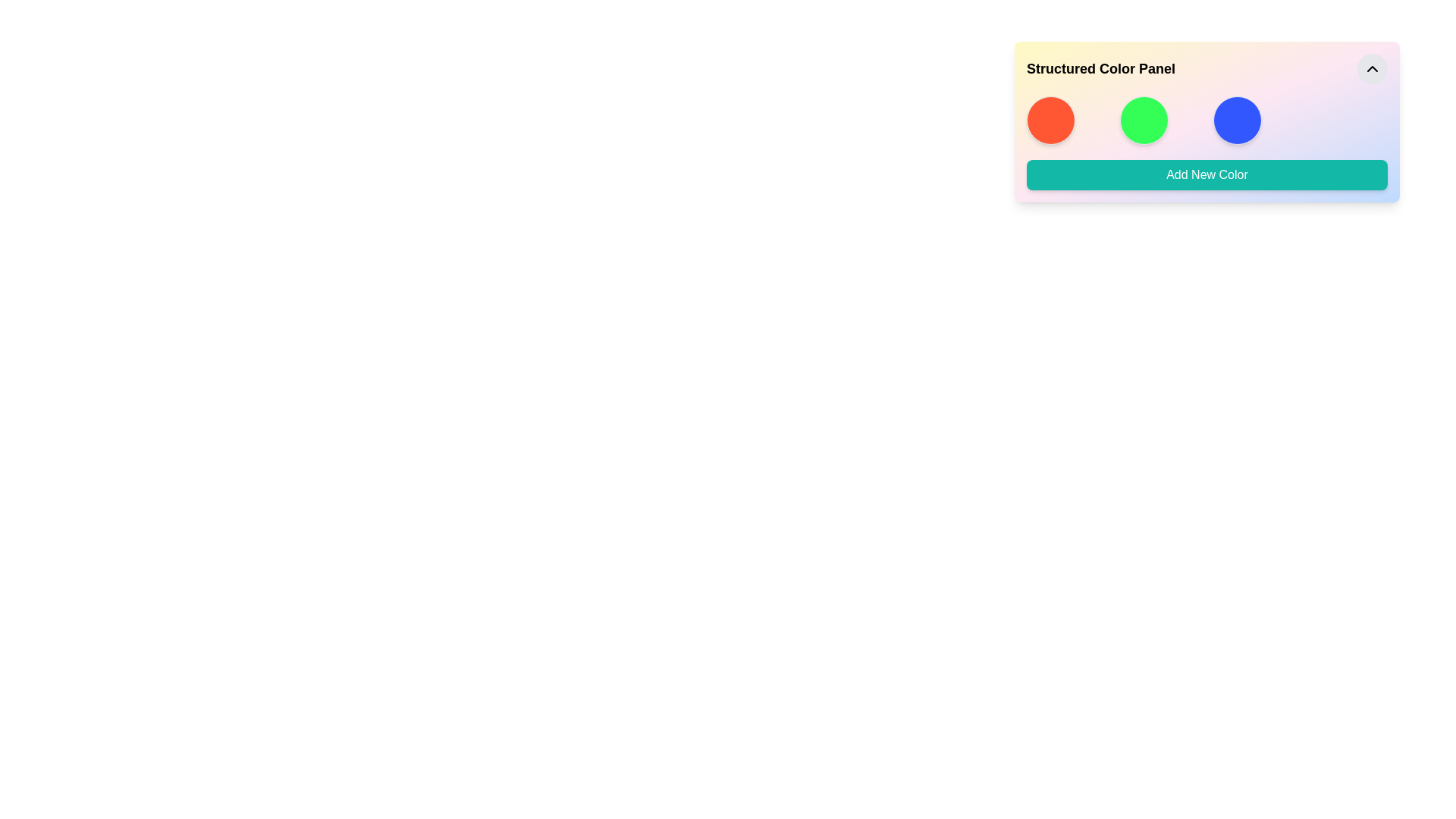 The image size is (1456, 819). What do you see at coordinates (1207, 121) in the screenshot?
I see `the third circular color picker (blue) in the Color Picker panel` at bounding box center [1207, 121].